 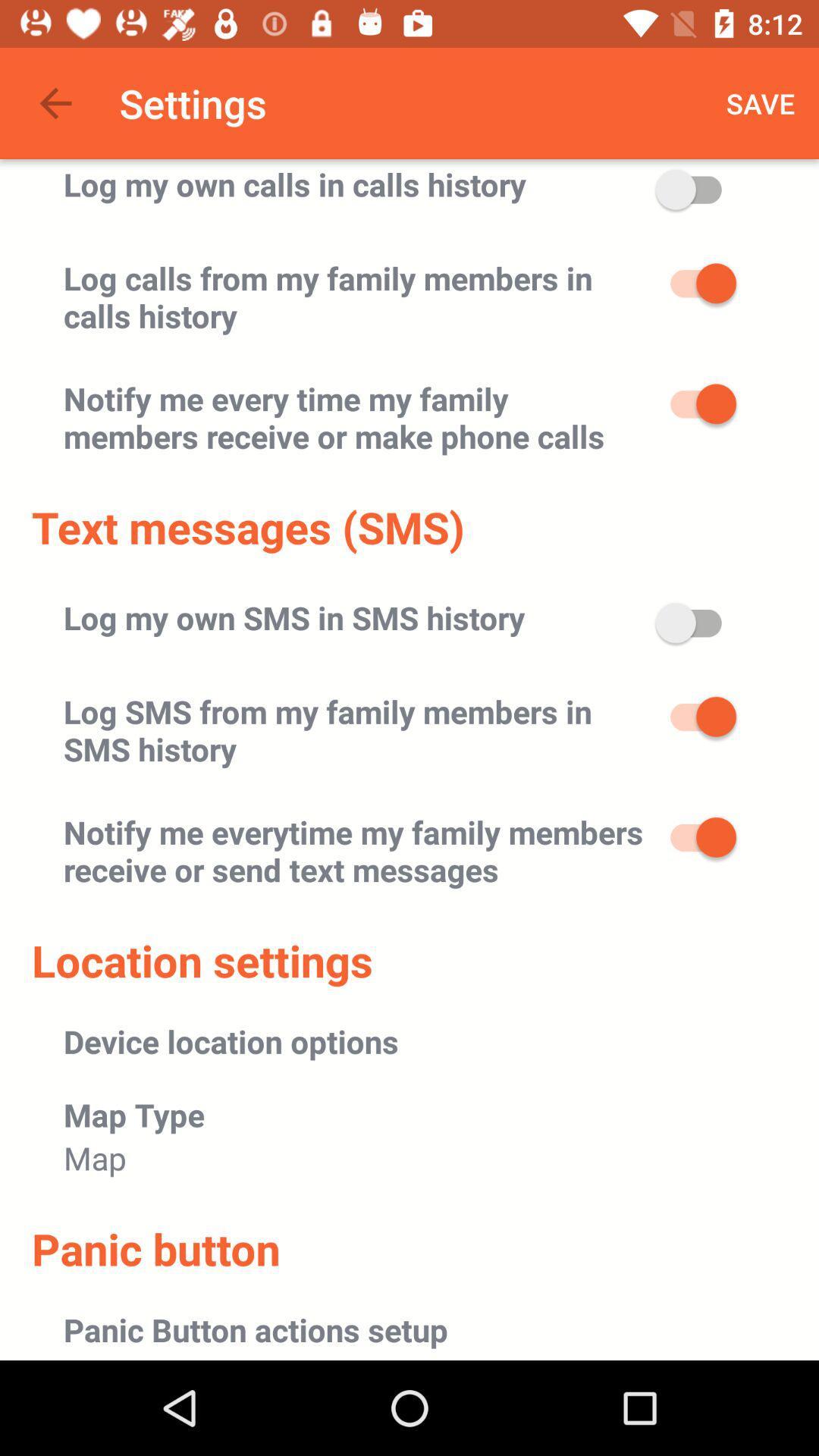 What do you see at coordinates (231, 1040) in the screenshot?
I see `device location options icon` at bounding box center [231, 1040].